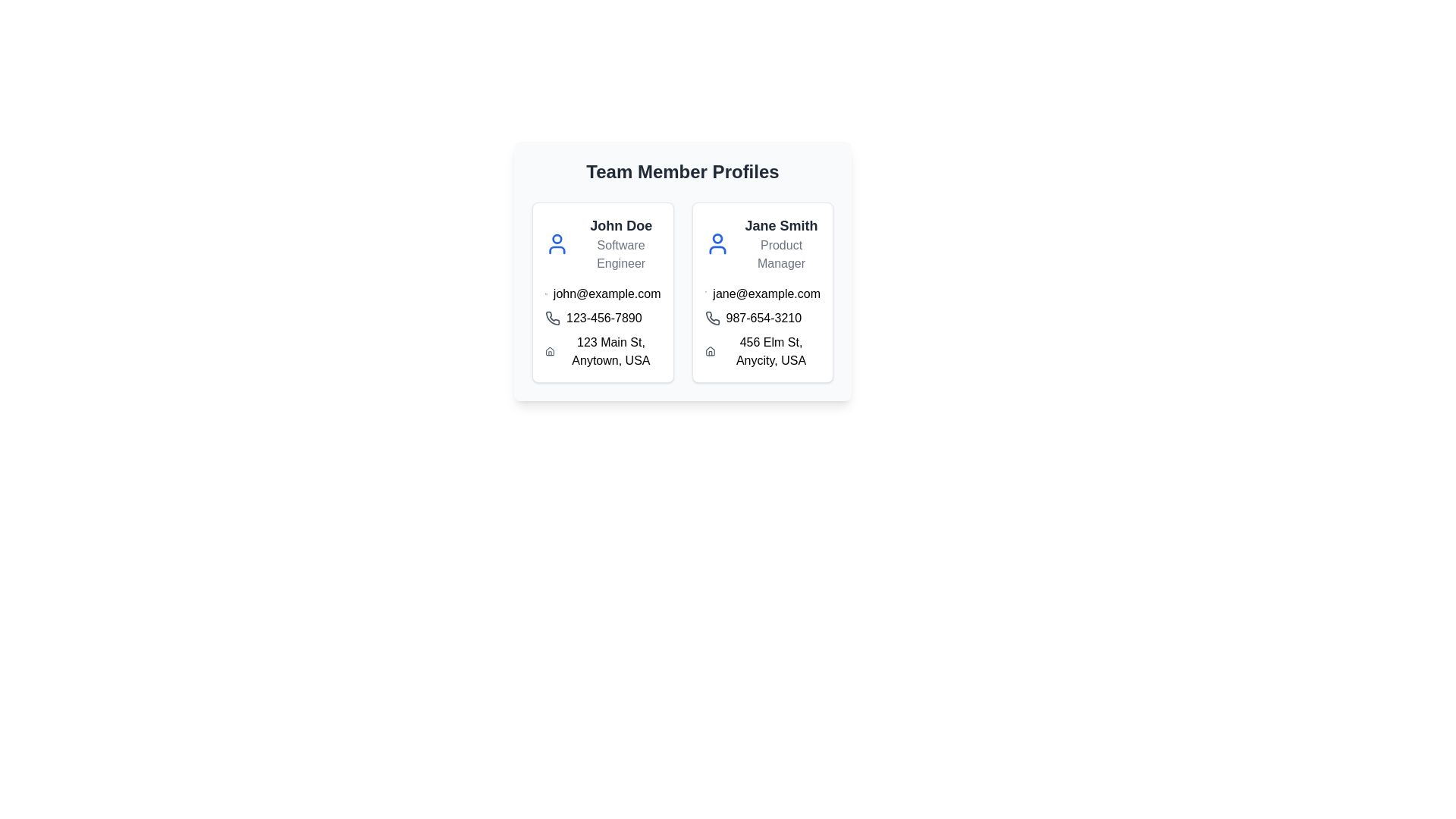 Image resolution: width=1456 pixels, height=819 pixels. I want to click on the email address text snippet 'jane@example.com' which is located in the user profile card, positioned below the user's name and title, so click(762, 294).